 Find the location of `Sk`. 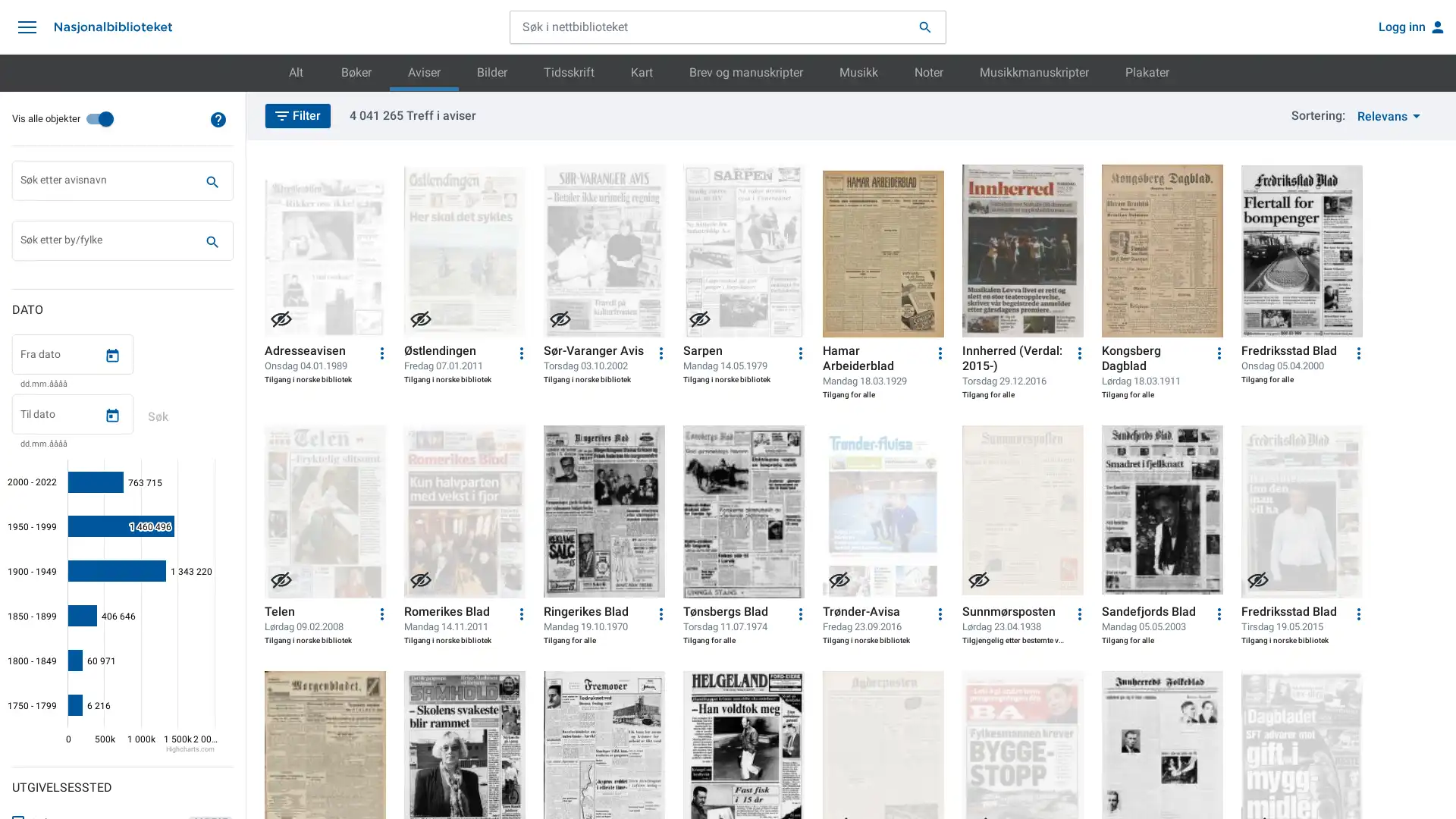

Sk is located at coordinates (157, 417).